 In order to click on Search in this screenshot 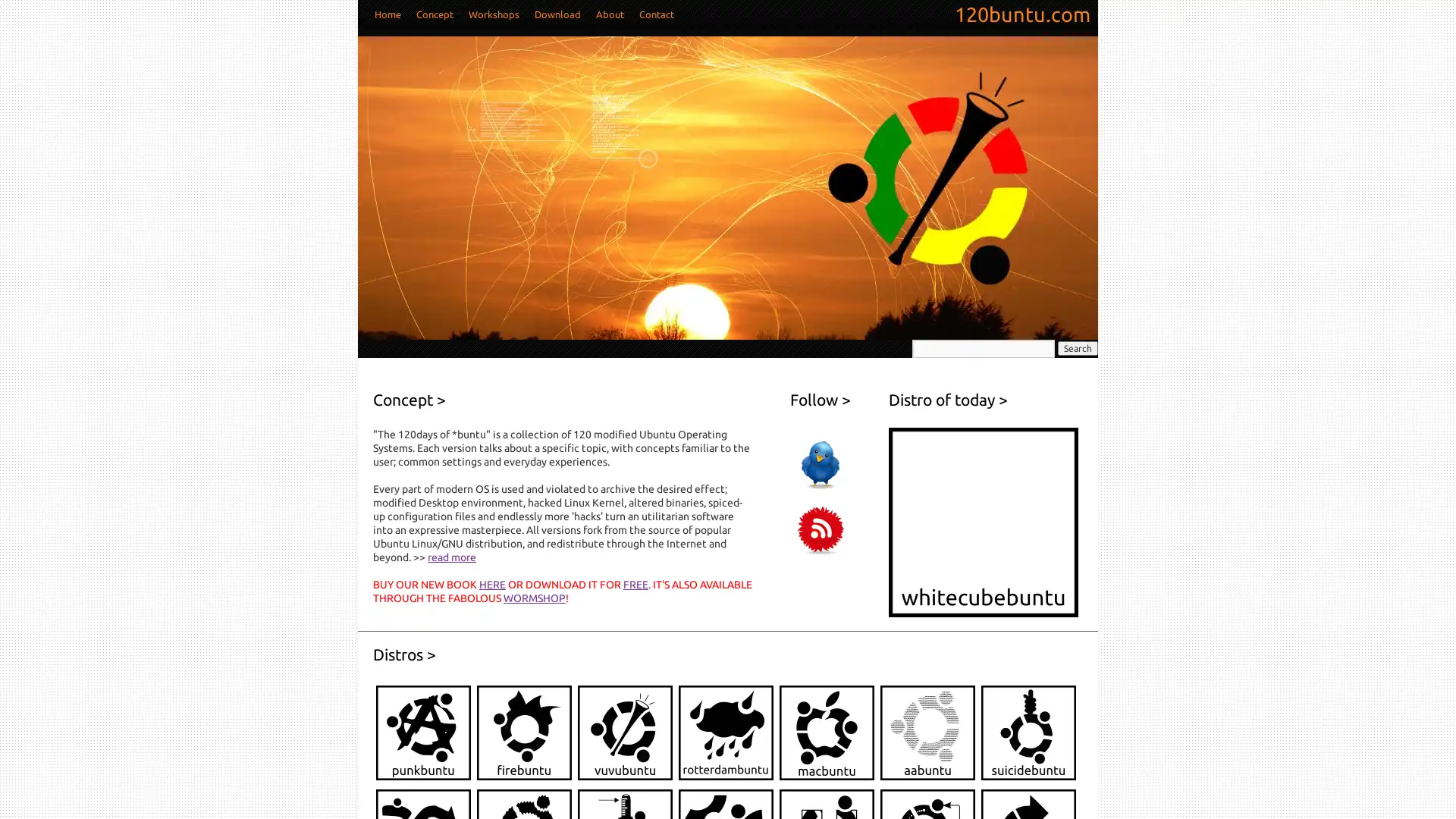, I will do `click(1077, 348)`.